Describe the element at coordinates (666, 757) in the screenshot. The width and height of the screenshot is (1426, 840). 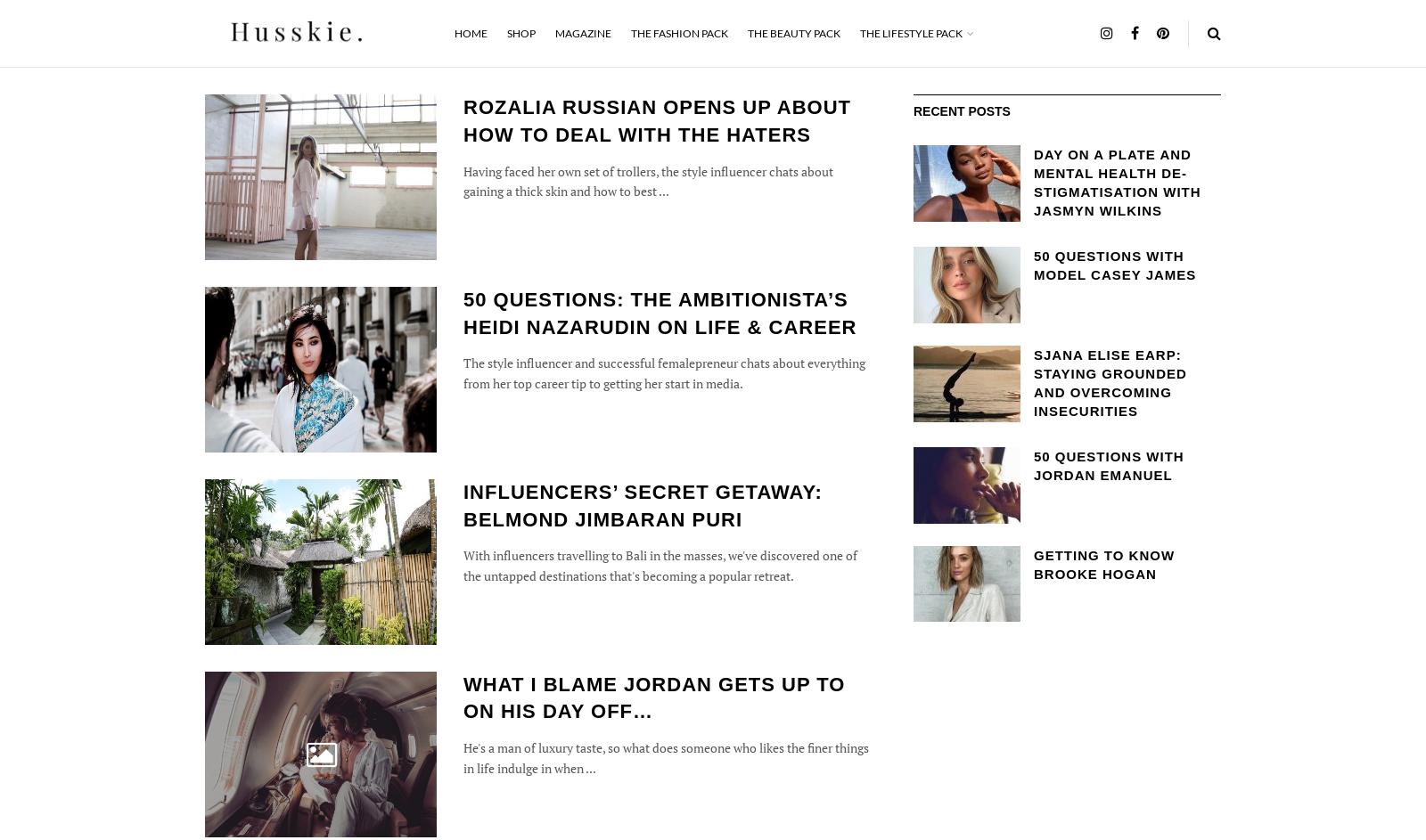
I see `'He's a man of luxury taste, so what does someone who likes the finer things in life indulge in when ...'` at that location.